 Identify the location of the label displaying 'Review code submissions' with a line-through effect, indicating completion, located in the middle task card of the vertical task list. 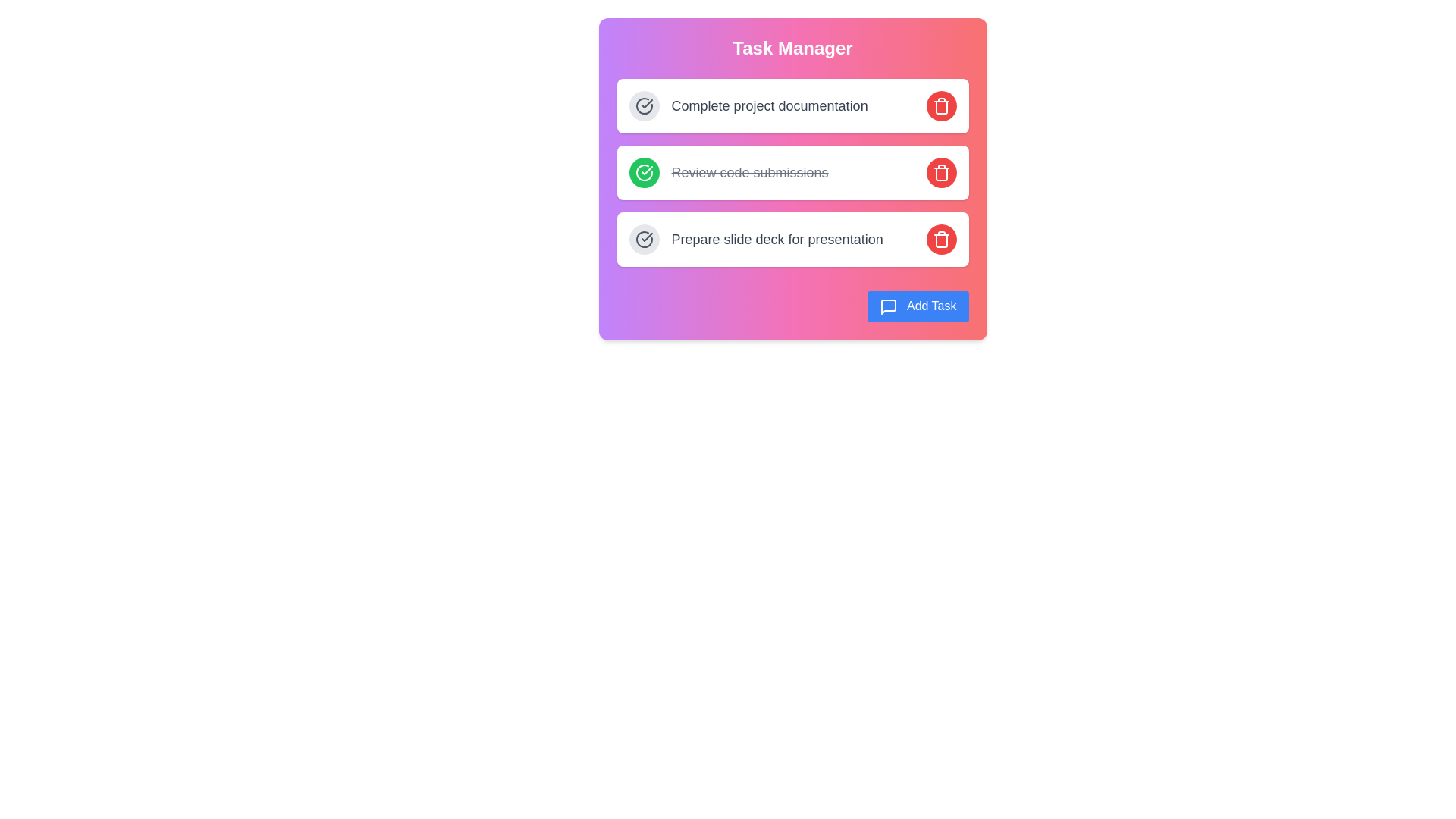
(749, 171).